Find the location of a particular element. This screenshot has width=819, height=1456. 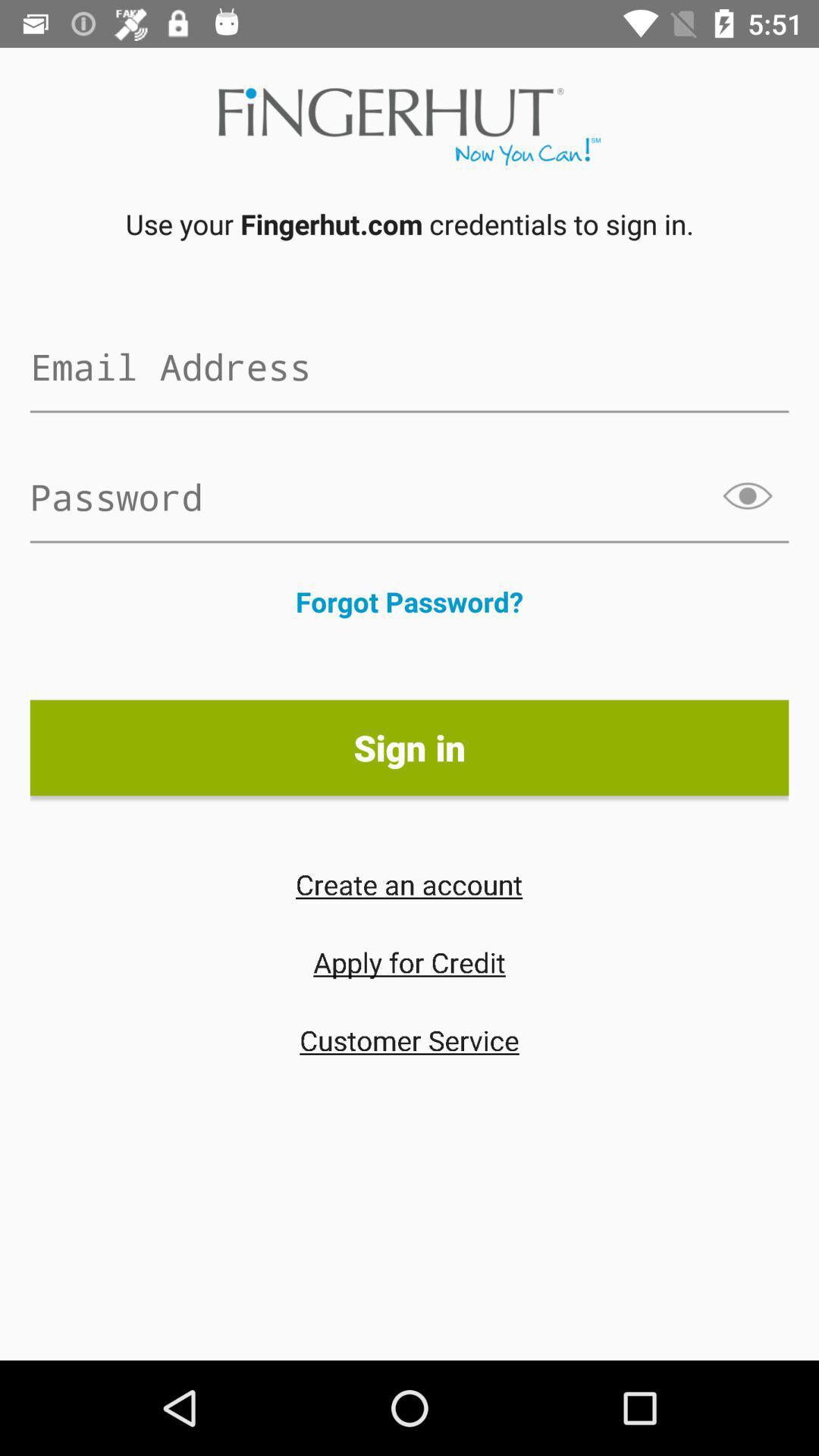

the icon below the create an account icon is located at coordinates (409, 961).